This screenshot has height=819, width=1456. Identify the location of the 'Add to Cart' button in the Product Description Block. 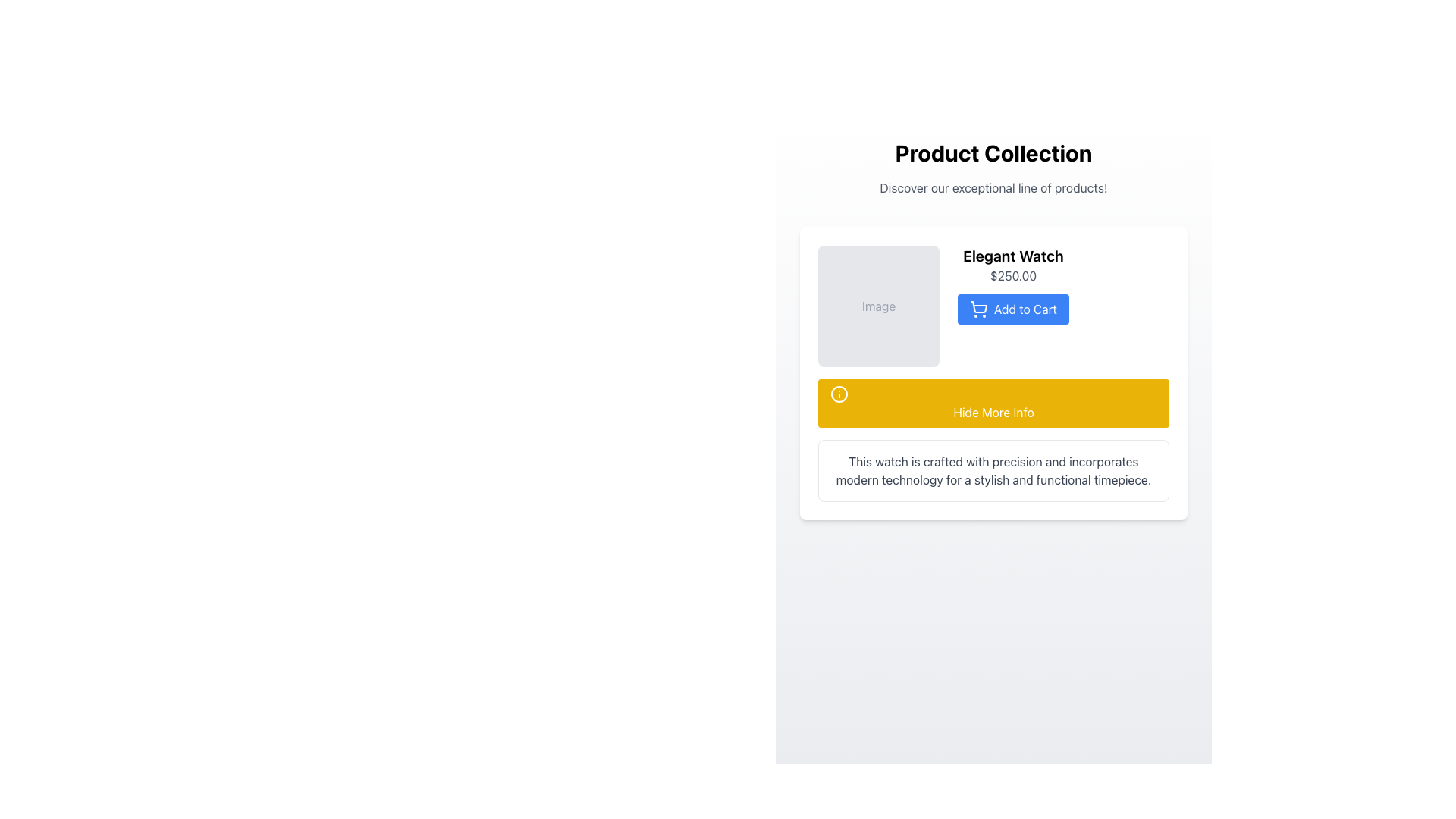
(993, 306).